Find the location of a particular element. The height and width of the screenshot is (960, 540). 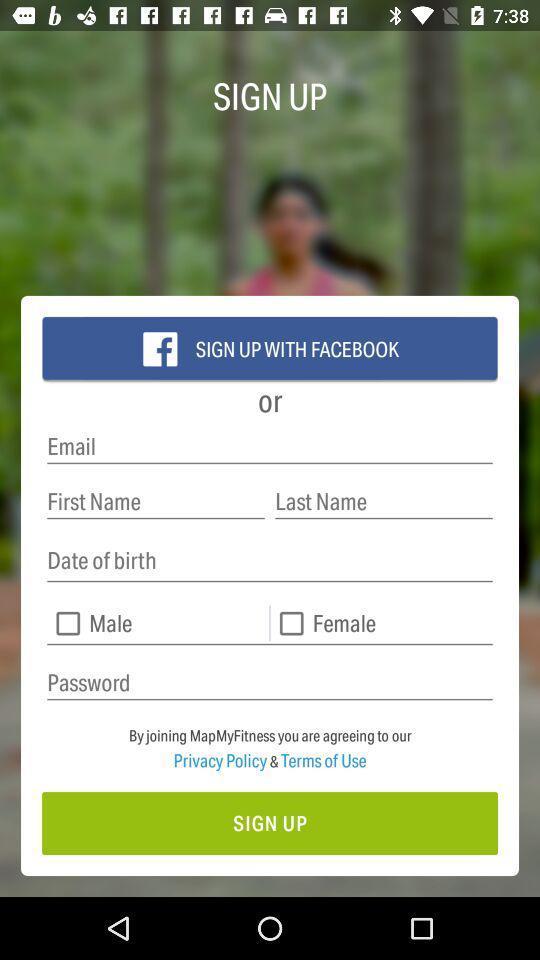

male check box is located at coordinates (157, 622).